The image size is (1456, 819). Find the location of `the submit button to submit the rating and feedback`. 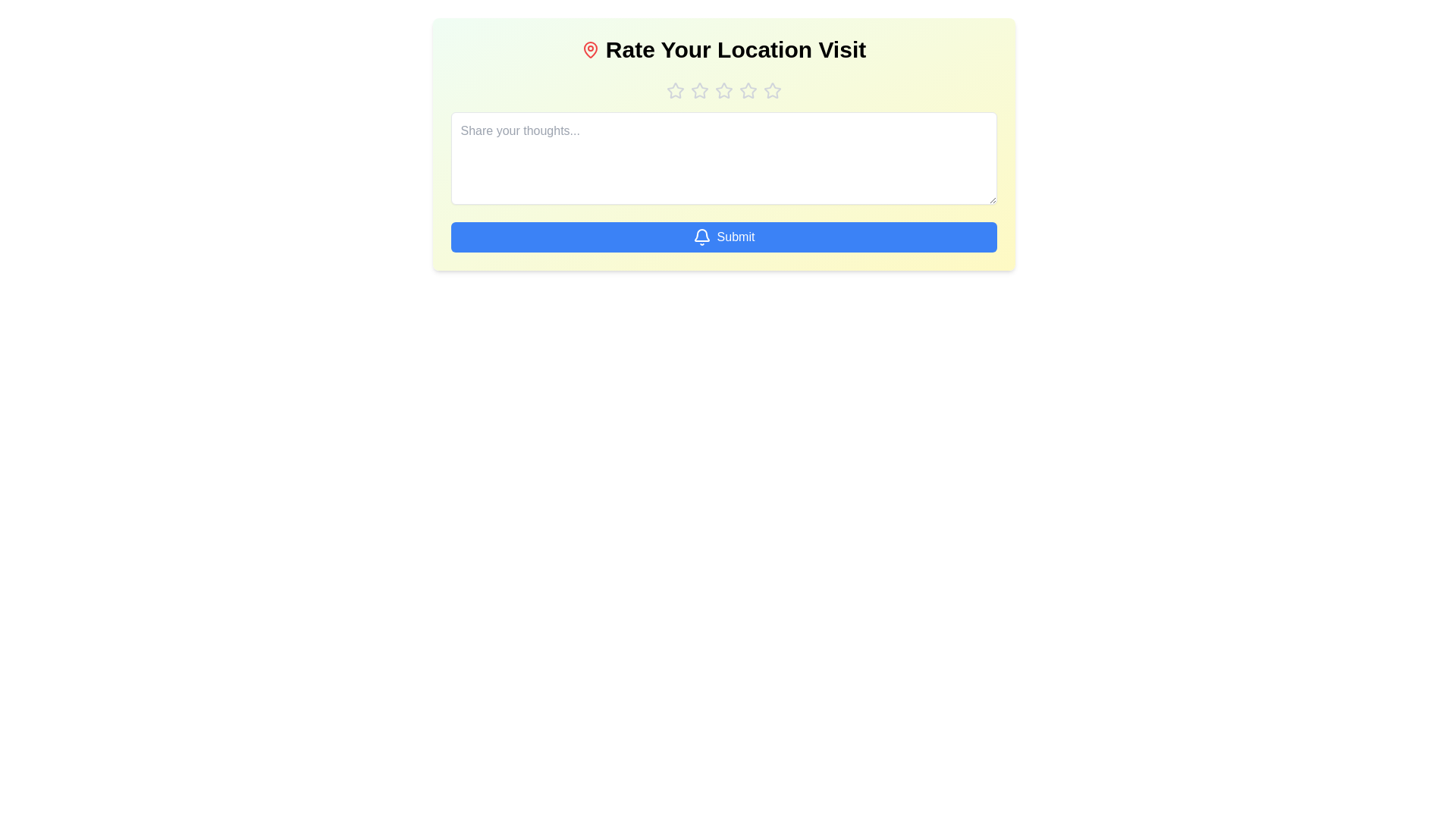

the submit button to submit the rating and feedback is located at coordinates (723, 237).